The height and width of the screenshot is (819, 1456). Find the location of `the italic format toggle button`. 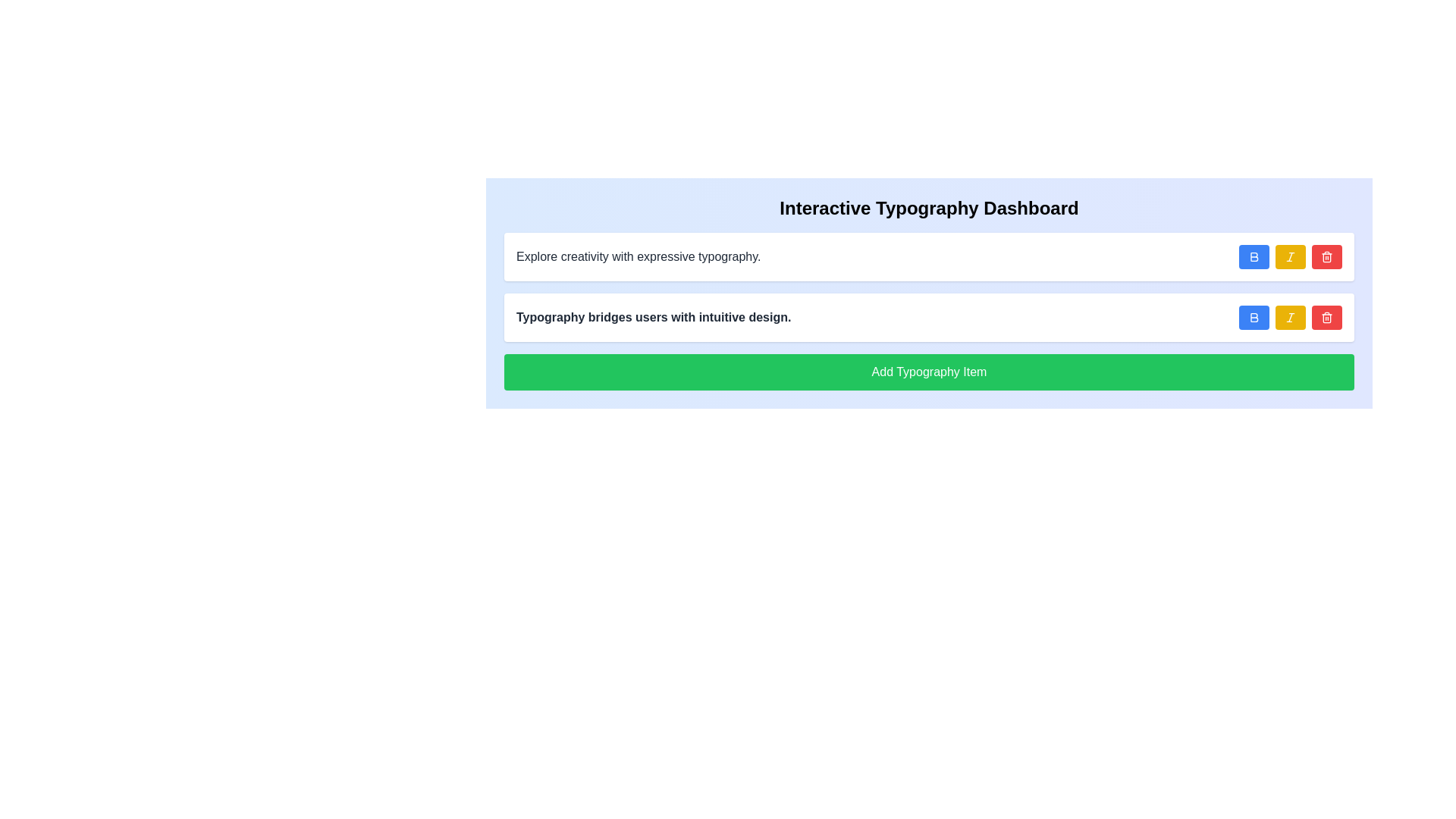

the italic format toggle button is located at coordinates (1290, 256).